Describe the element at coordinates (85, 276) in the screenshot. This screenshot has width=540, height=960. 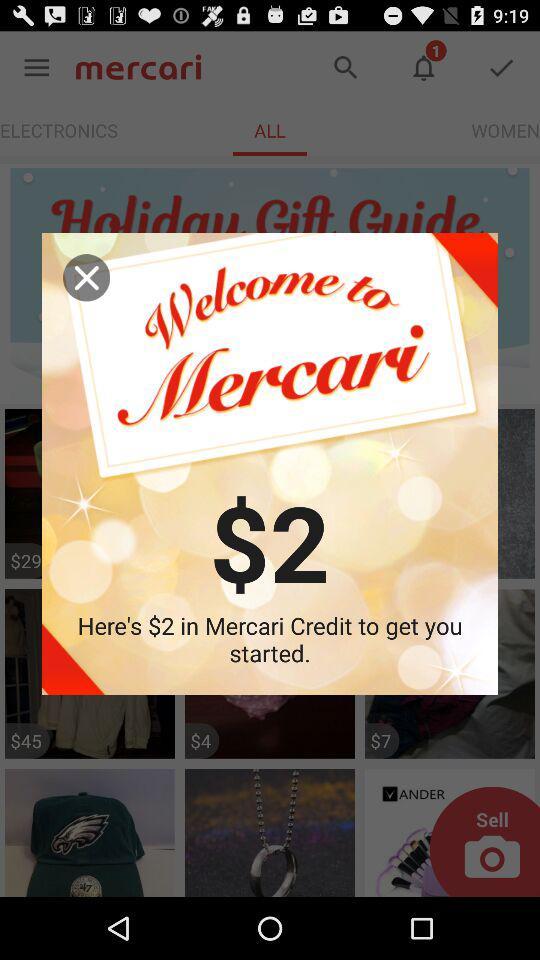
I see `close` at that location.